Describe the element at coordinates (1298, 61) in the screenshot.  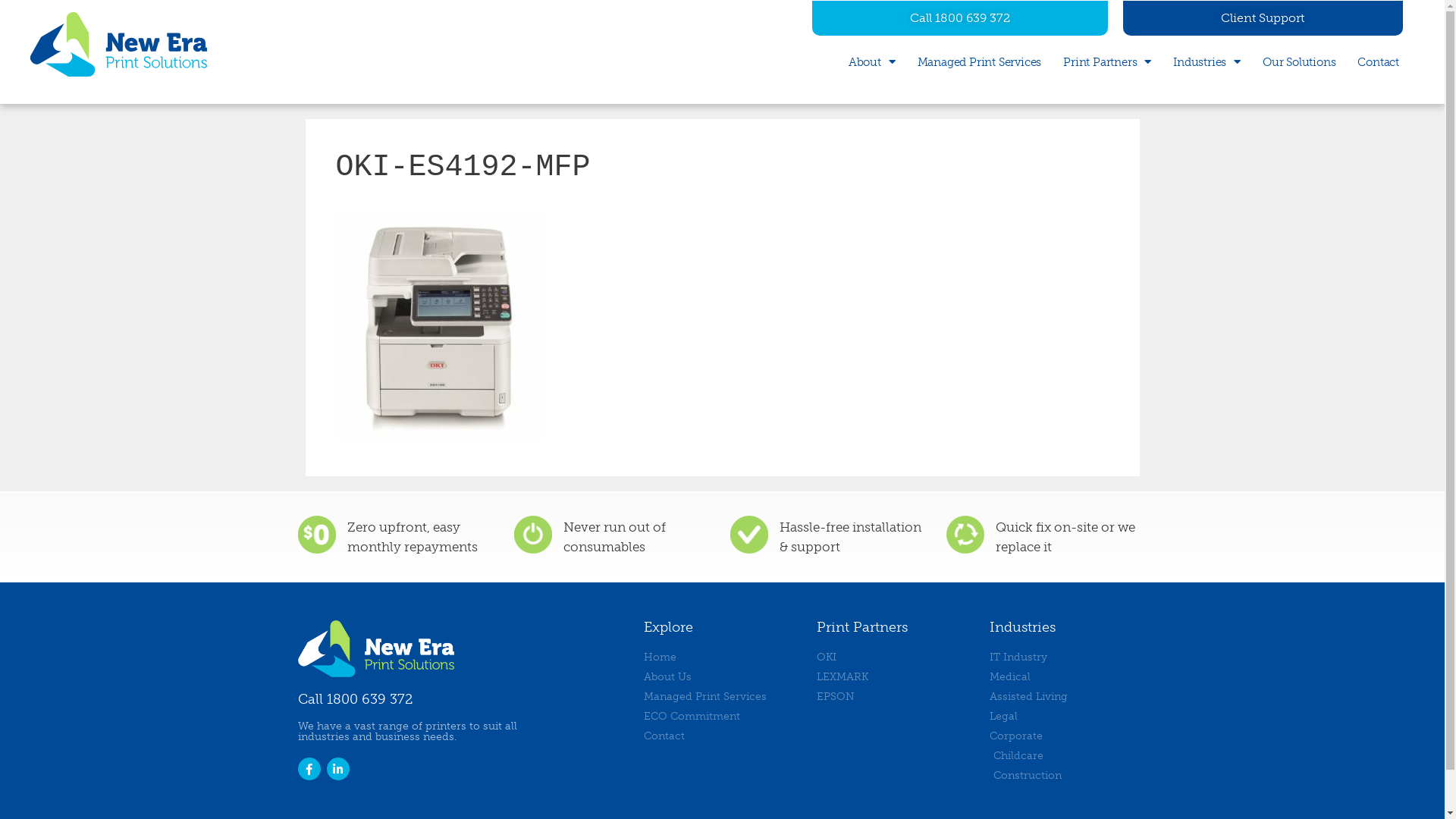
I see `'Our Solutions'` at that location.